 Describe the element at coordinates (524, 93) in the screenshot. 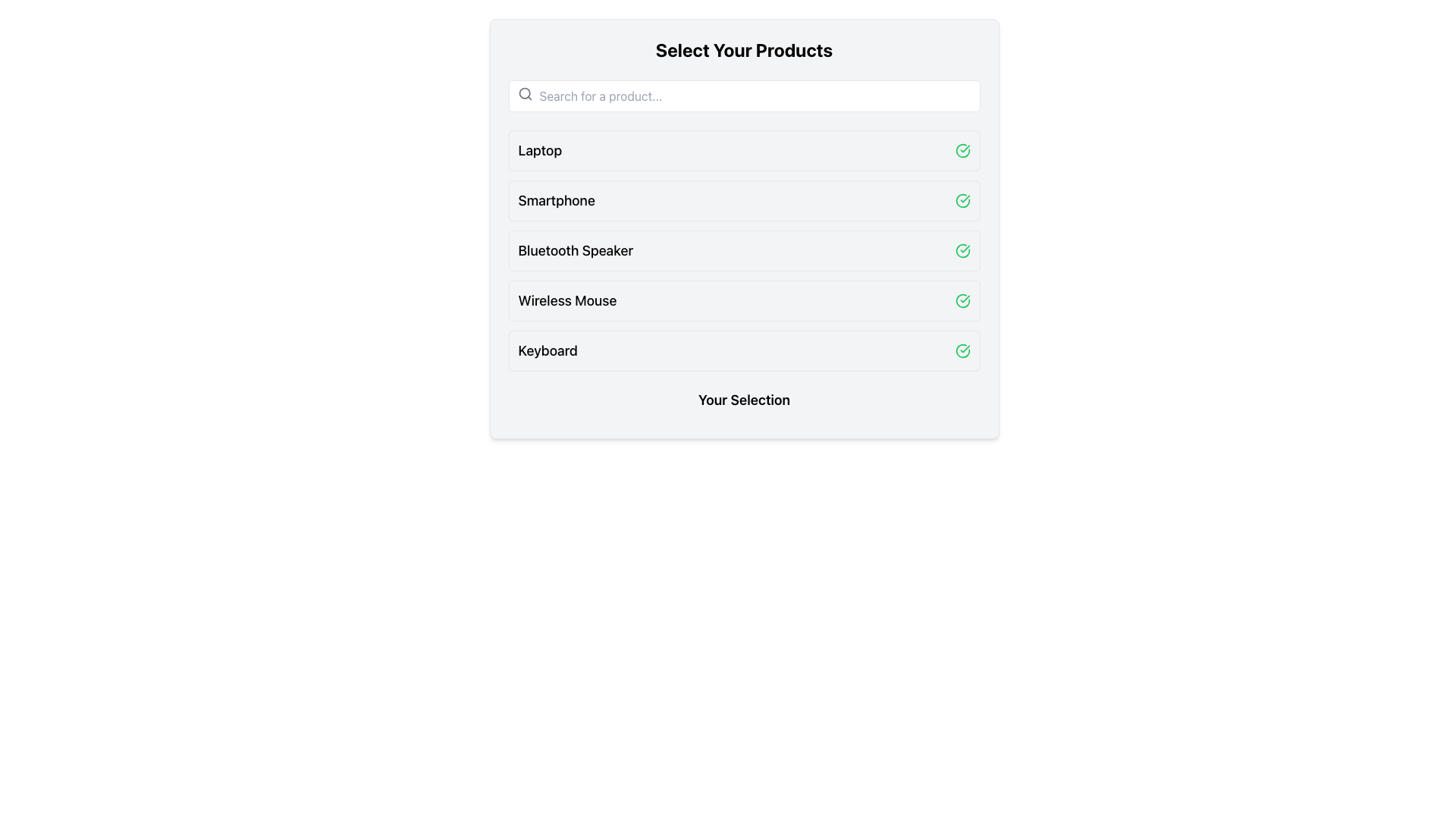

I see `the circular icon component of the magnifying glass located on the left side of the search bar labeled 'Search for a product...'` at that location.